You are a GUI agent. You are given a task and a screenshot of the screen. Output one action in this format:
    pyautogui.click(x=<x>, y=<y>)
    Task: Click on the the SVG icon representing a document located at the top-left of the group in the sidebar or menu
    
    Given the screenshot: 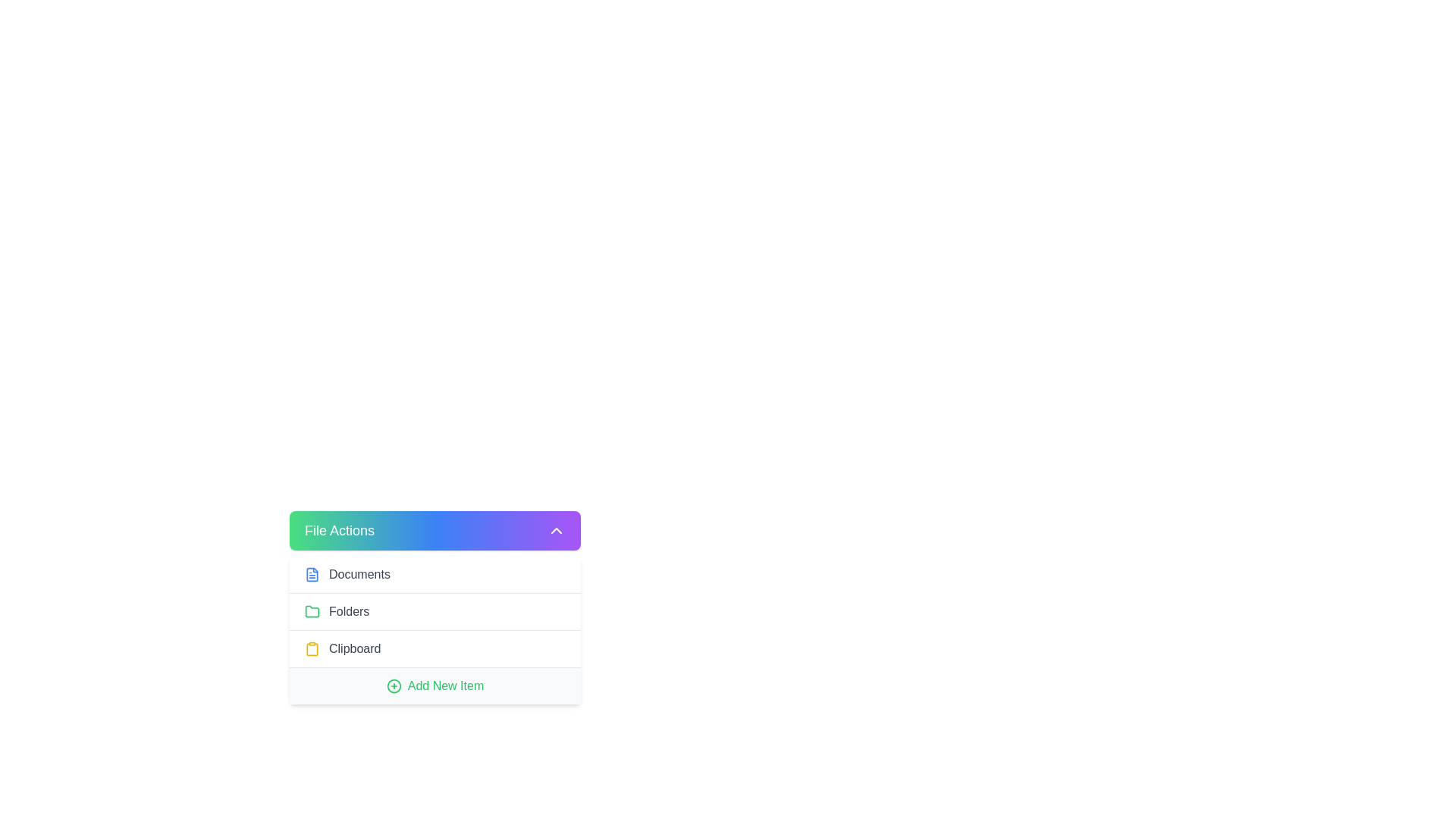 What is the action you would take?
    pyautogui.click(x=312, y=575)
    